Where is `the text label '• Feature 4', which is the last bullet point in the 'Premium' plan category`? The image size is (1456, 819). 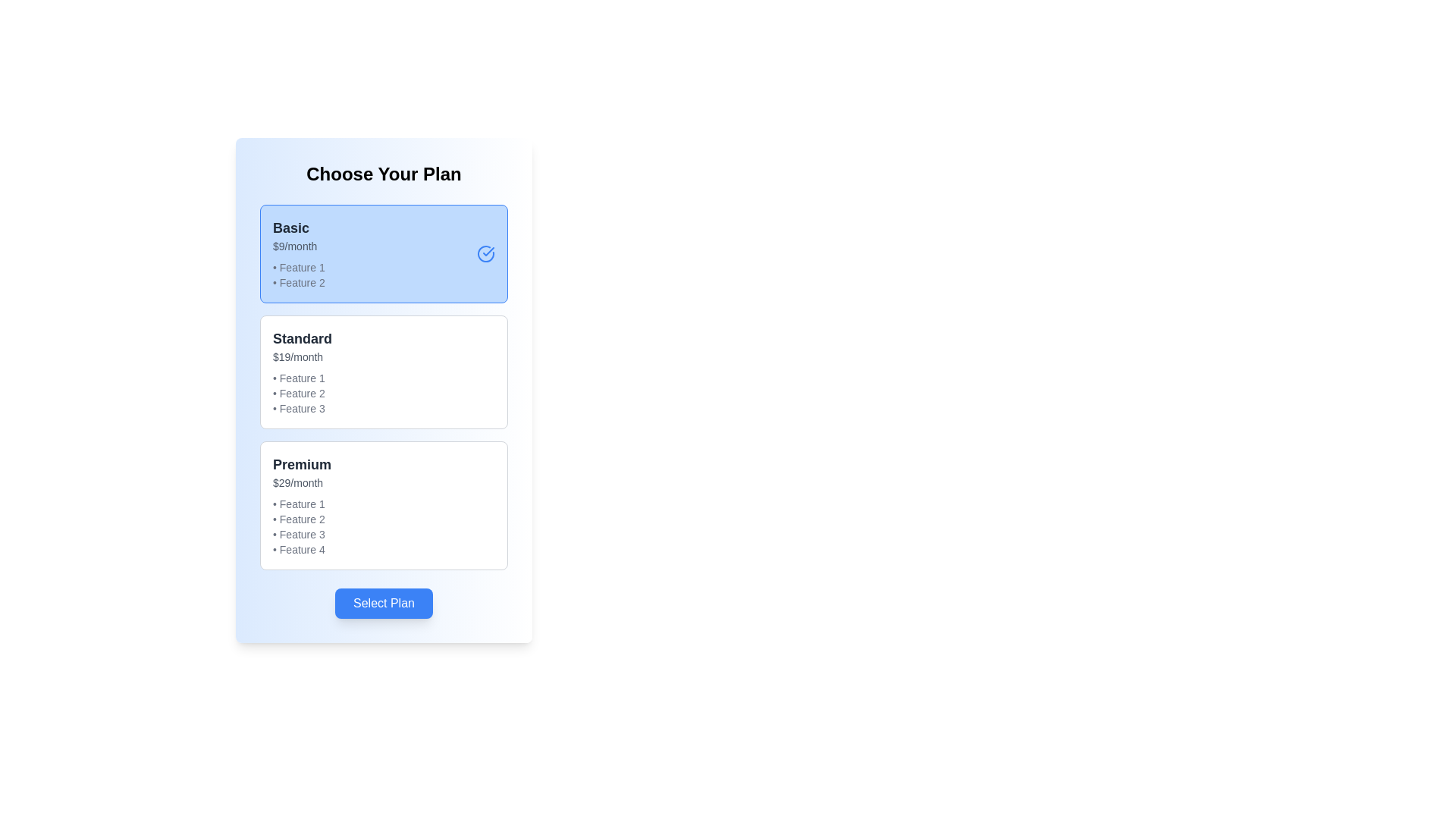 the text label '• Feature 4', which is the last bullet point in the 'Premium' plan category is located at coordinates (302, 550).